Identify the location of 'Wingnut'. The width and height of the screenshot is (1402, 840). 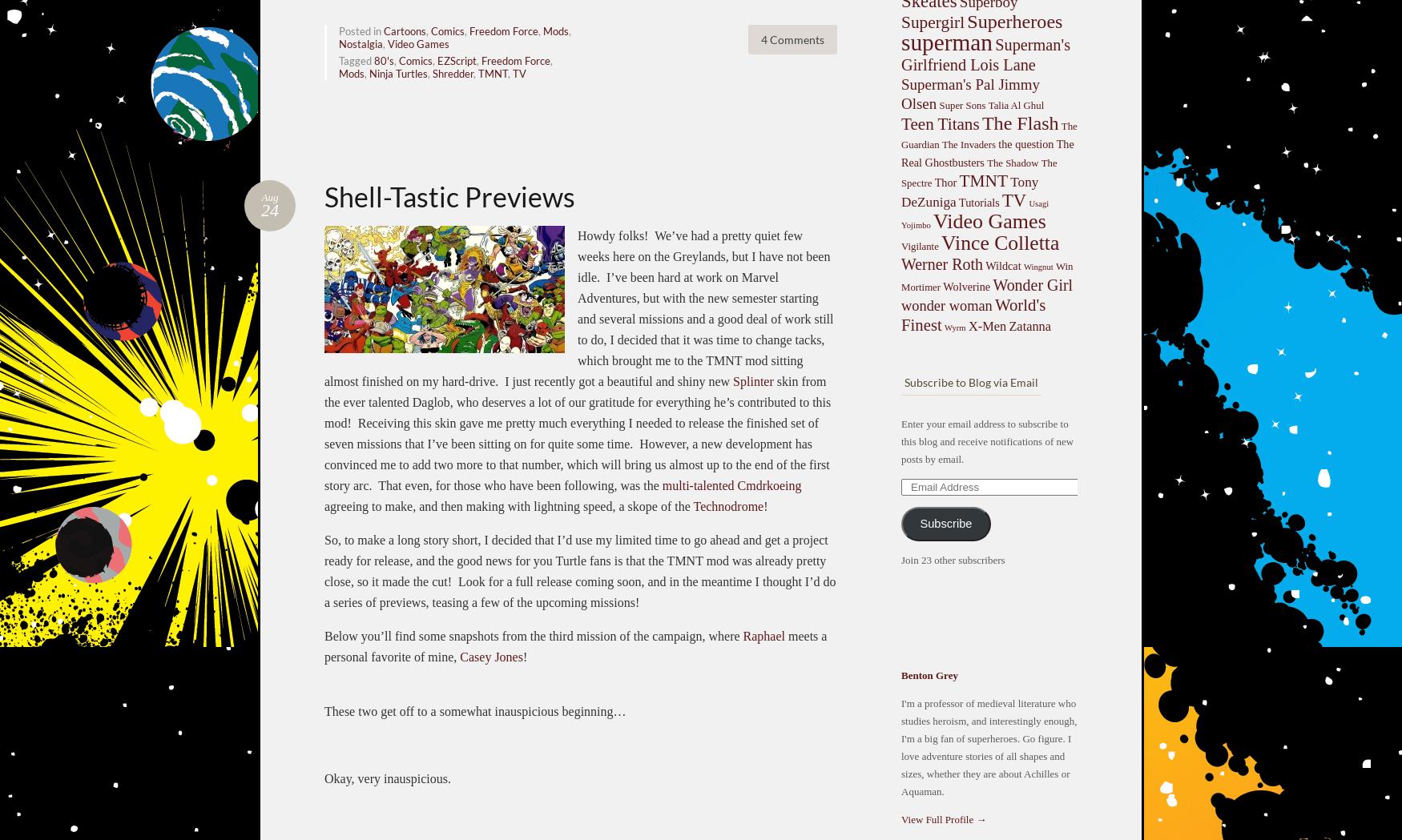
(1021, 266).